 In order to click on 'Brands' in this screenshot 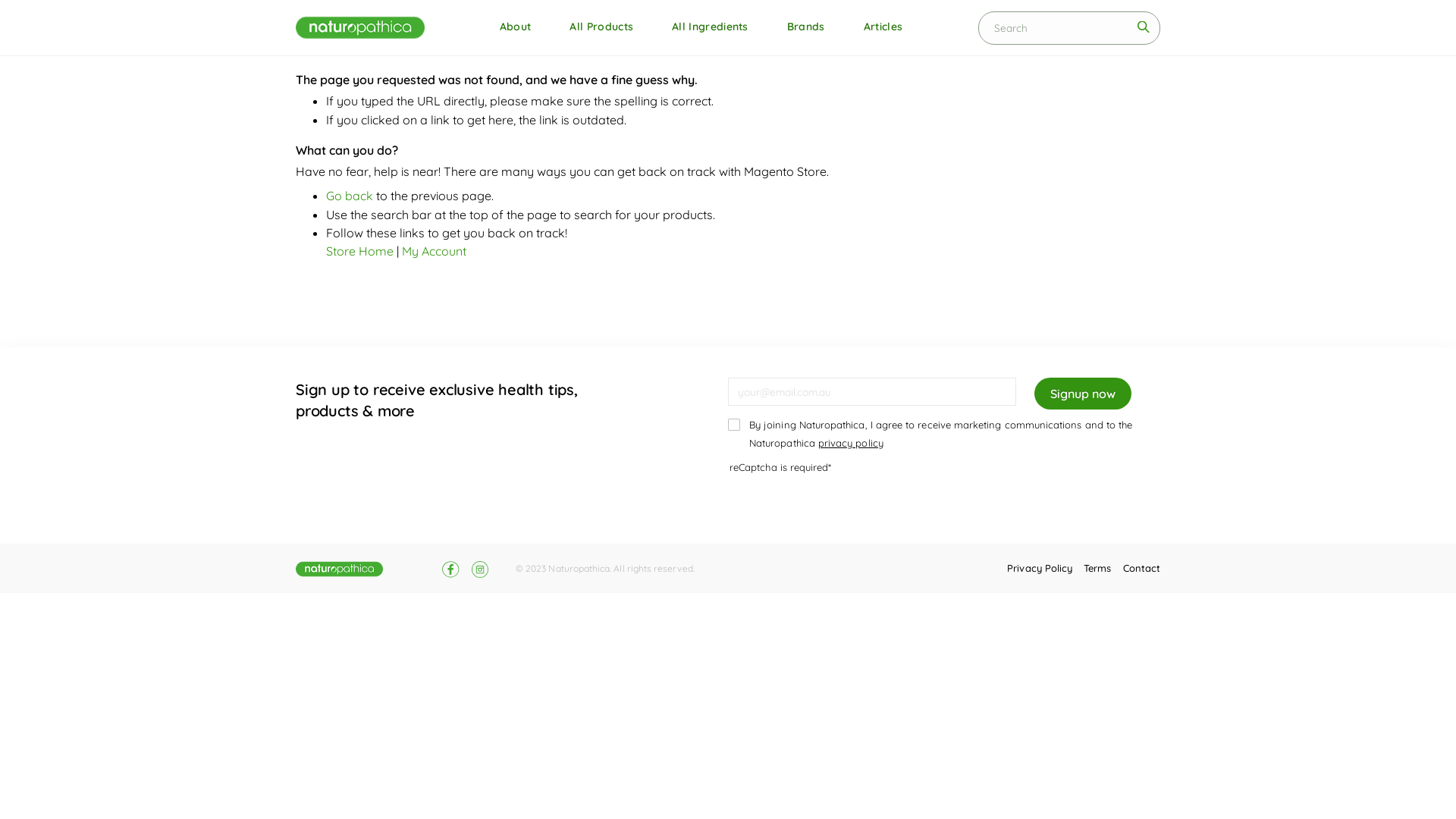, I will do `click(775, 27)`.